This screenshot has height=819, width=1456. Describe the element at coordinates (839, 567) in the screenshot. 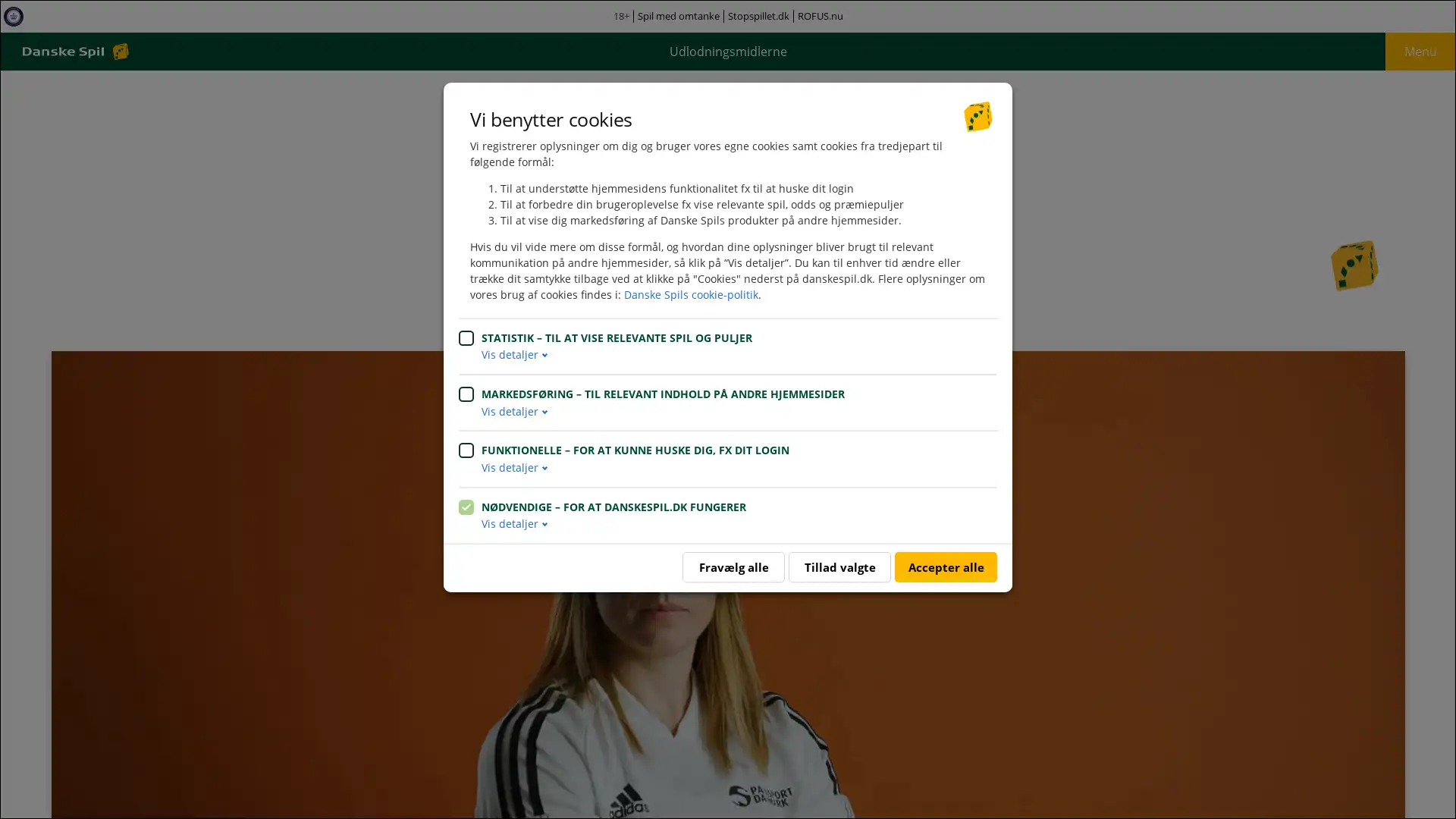

I see `Save Consent Preferences` at that location.